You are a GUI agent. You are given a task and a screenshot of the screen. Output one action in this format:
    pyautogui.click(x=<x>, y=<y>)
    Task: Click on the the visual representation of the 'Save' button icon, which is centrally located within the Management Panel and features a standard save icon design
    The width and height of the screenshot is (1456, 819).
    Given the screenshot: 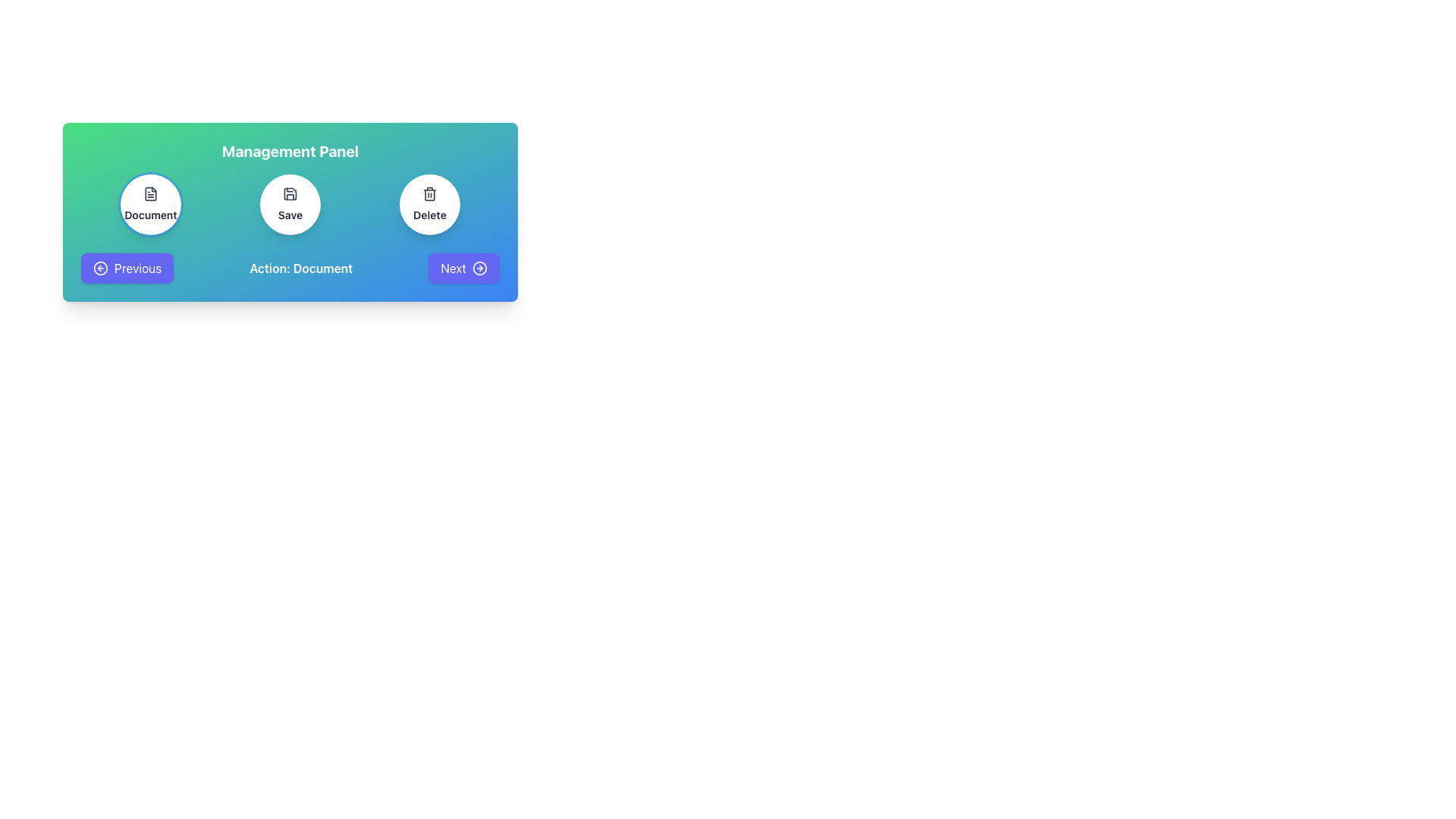 What is the action you would take?
    pyautogui.click(x=290, y=193)
    